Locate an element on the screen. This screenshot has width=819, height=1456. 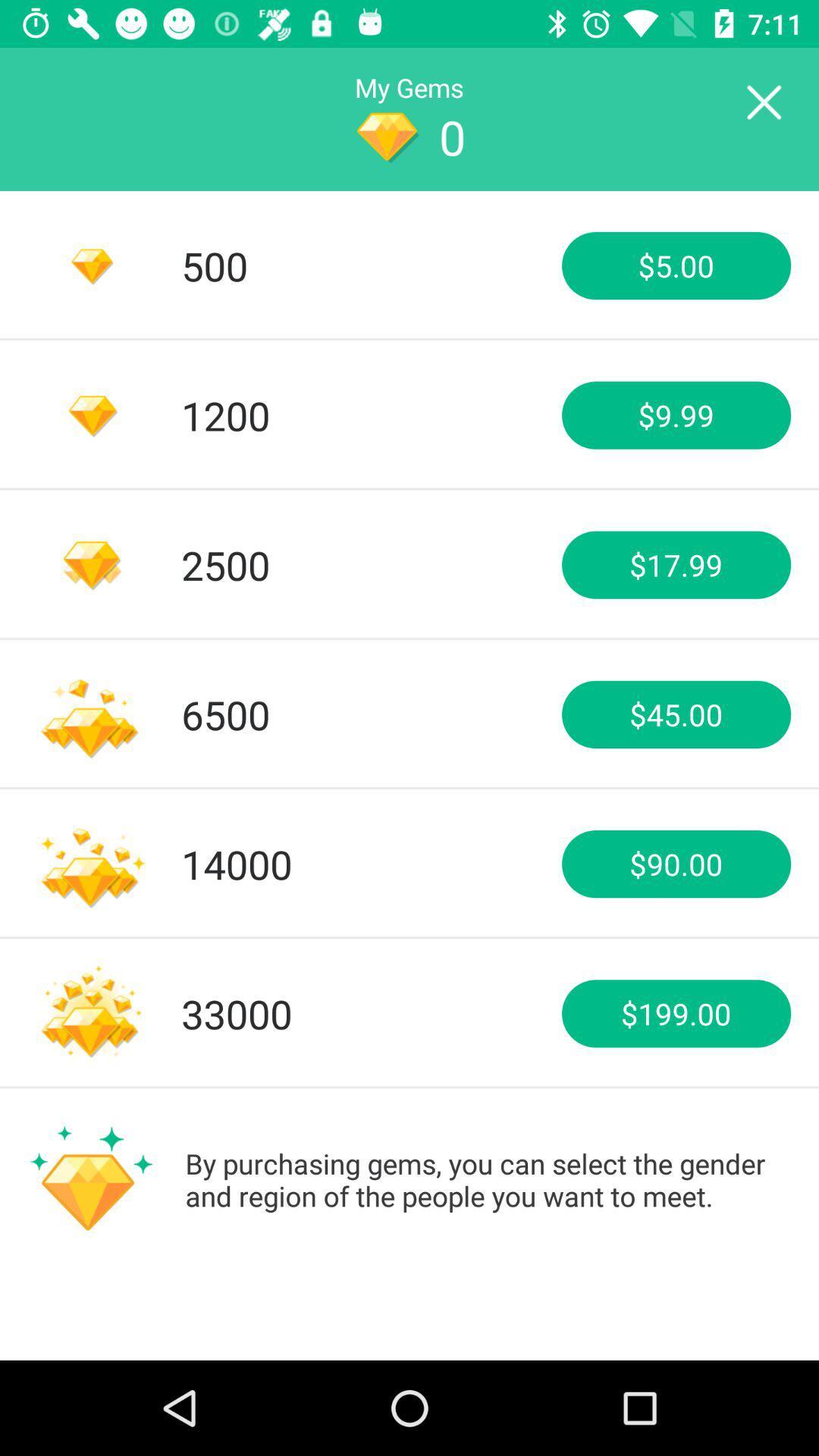
the icon left side of number 2500 is located at coordinates (91, 563).